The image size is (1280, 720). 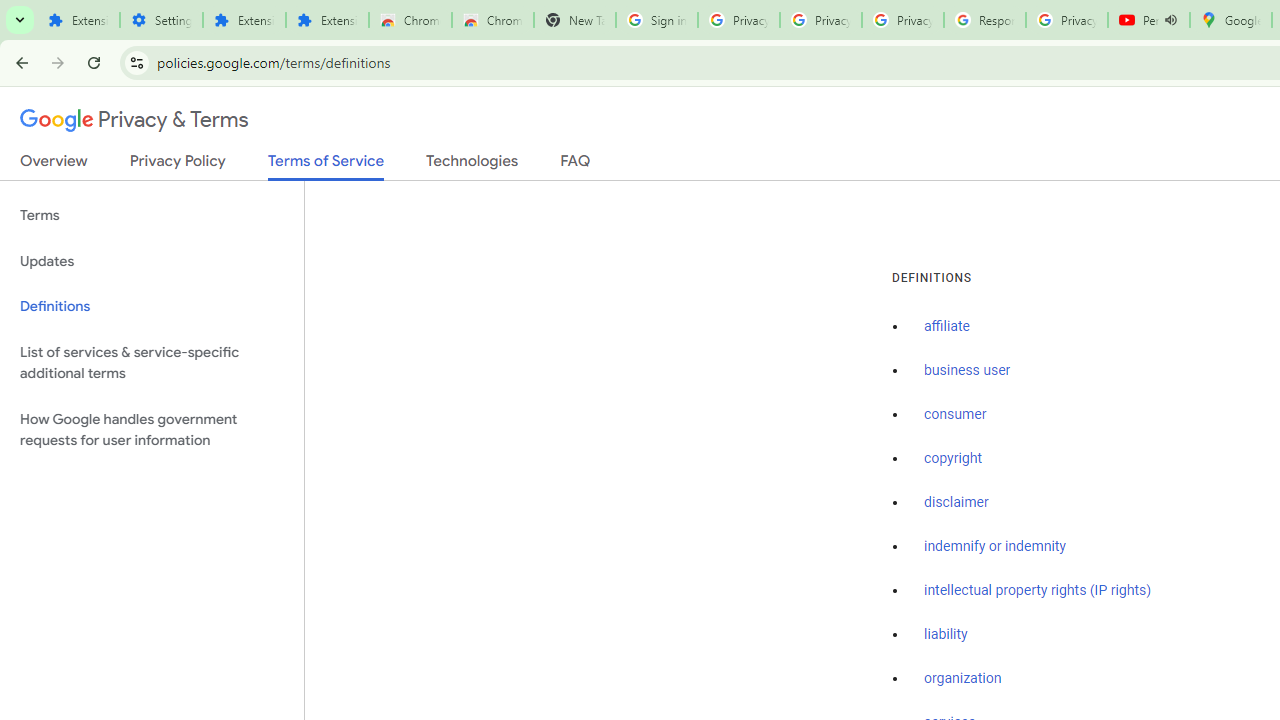 I want to click on 'consumer', so click(x=954, y=414).